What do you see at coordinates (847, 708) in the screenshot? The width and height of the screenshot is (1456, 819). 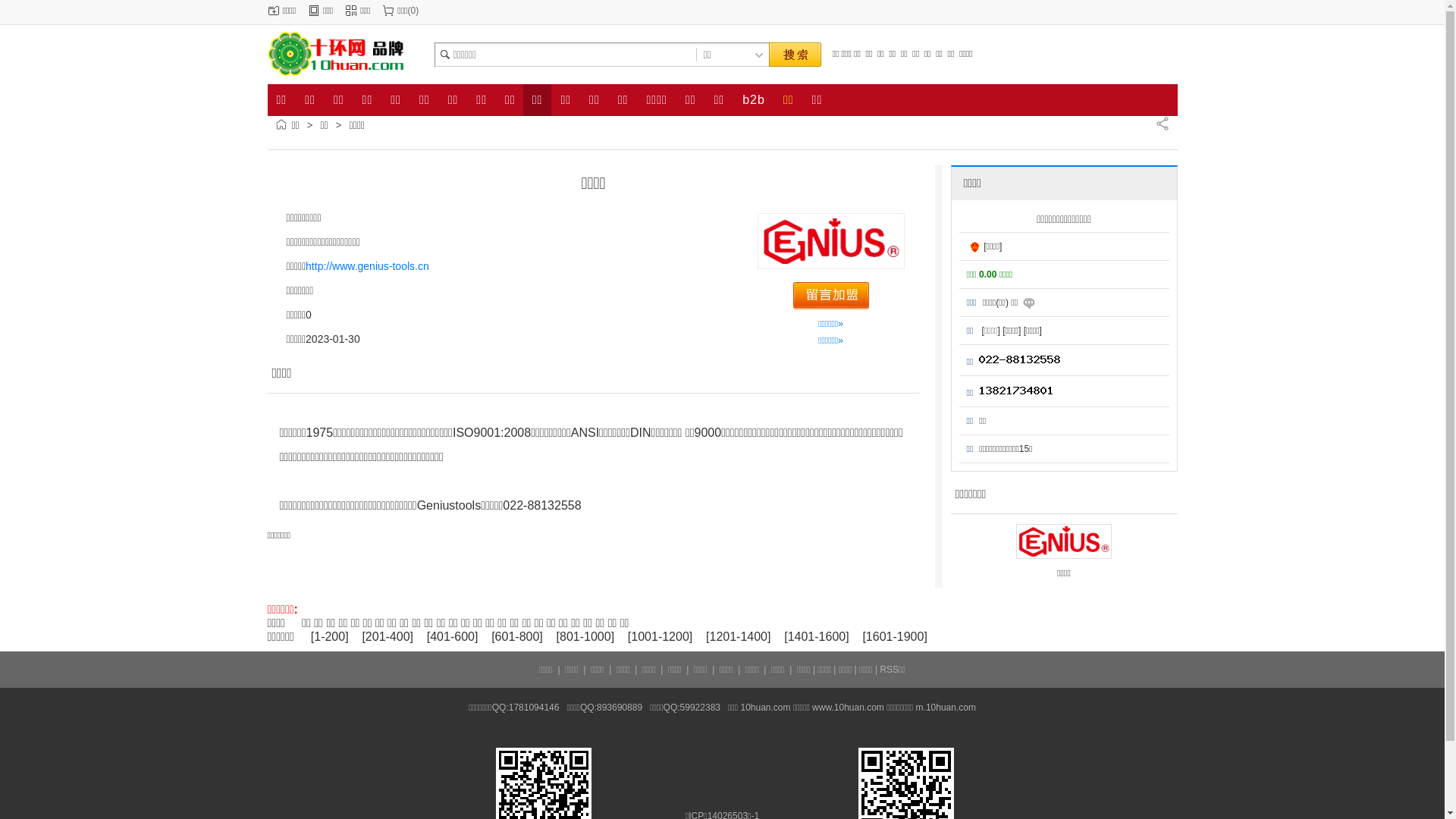 I see `'www.10huan.com'` at bounding box center [847, 708].